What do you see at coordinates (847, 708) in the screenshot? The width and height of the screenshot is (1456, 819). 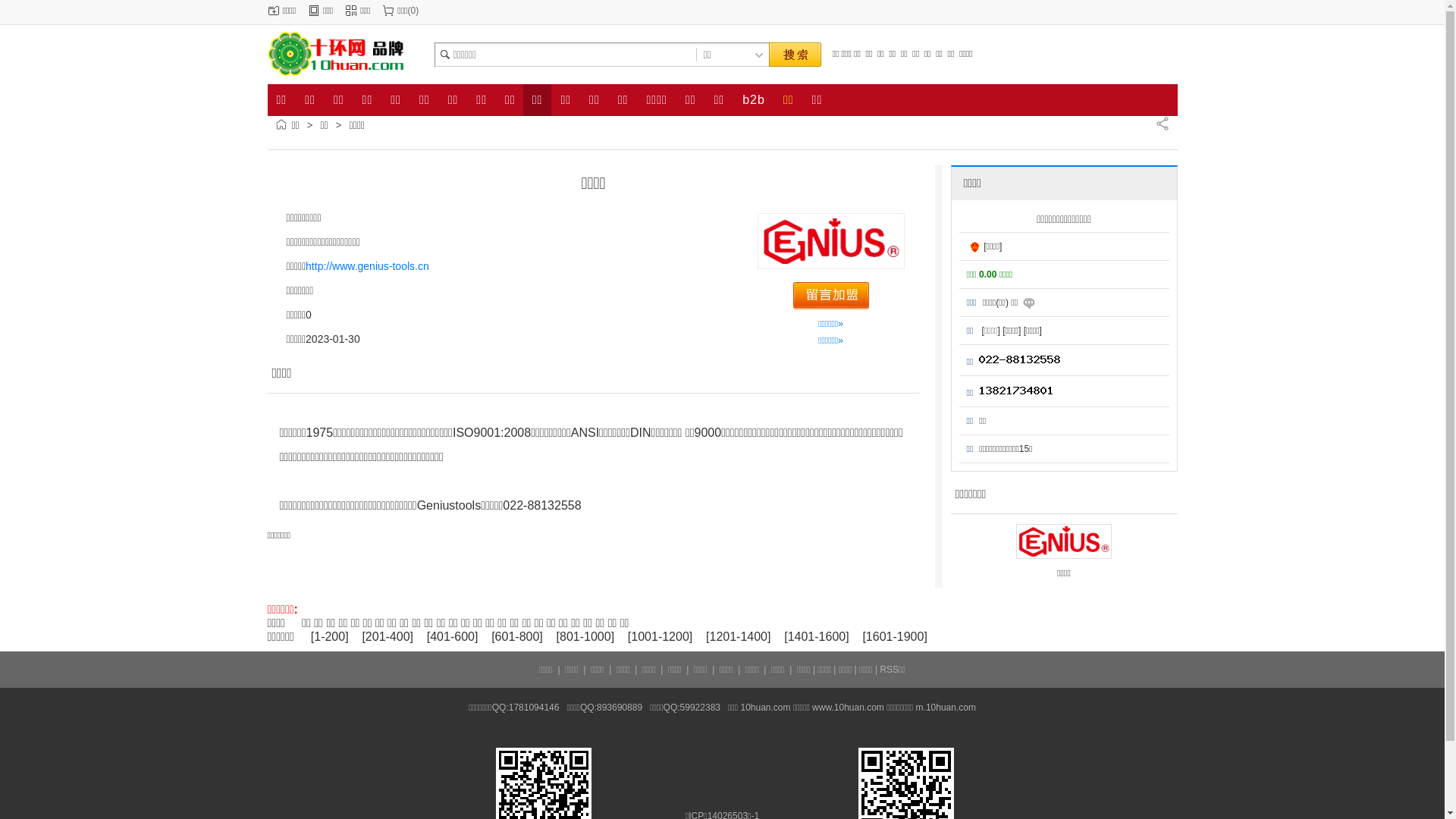 I see `'www.10huan.com'` at bounding box center [847, 708].